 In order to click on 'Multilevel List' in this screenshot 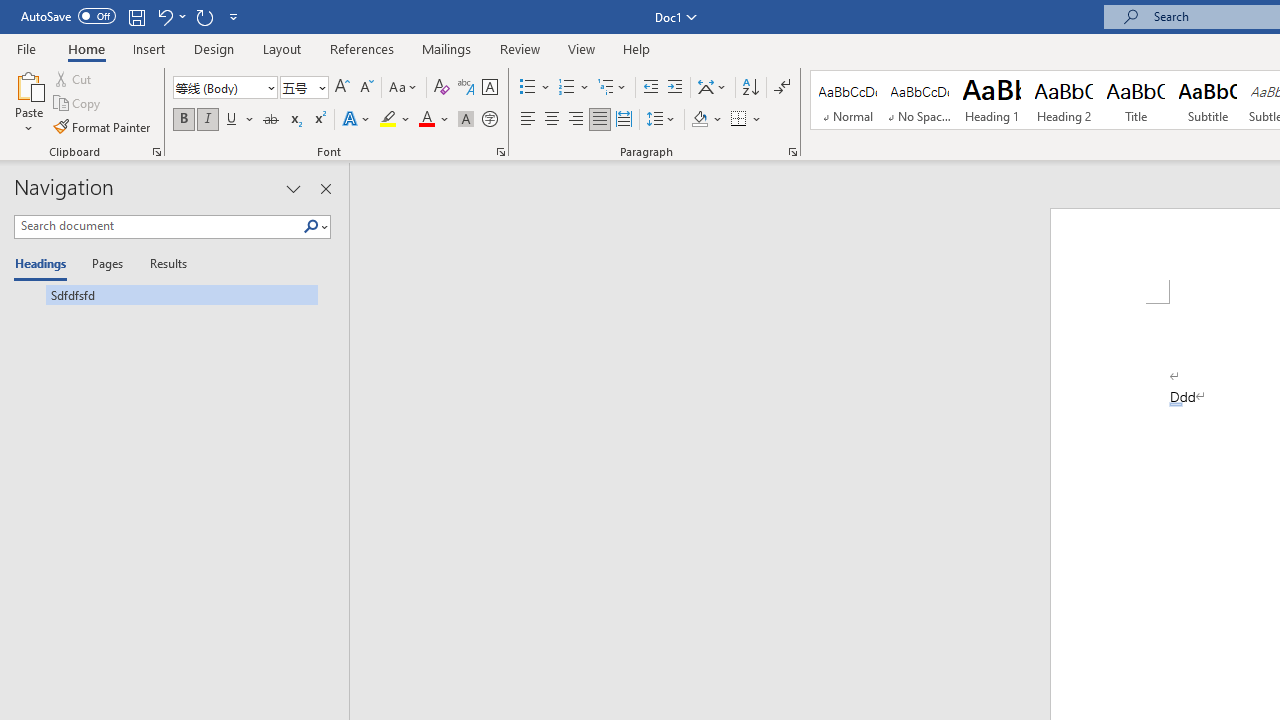, I will do `click(612, 86)`.